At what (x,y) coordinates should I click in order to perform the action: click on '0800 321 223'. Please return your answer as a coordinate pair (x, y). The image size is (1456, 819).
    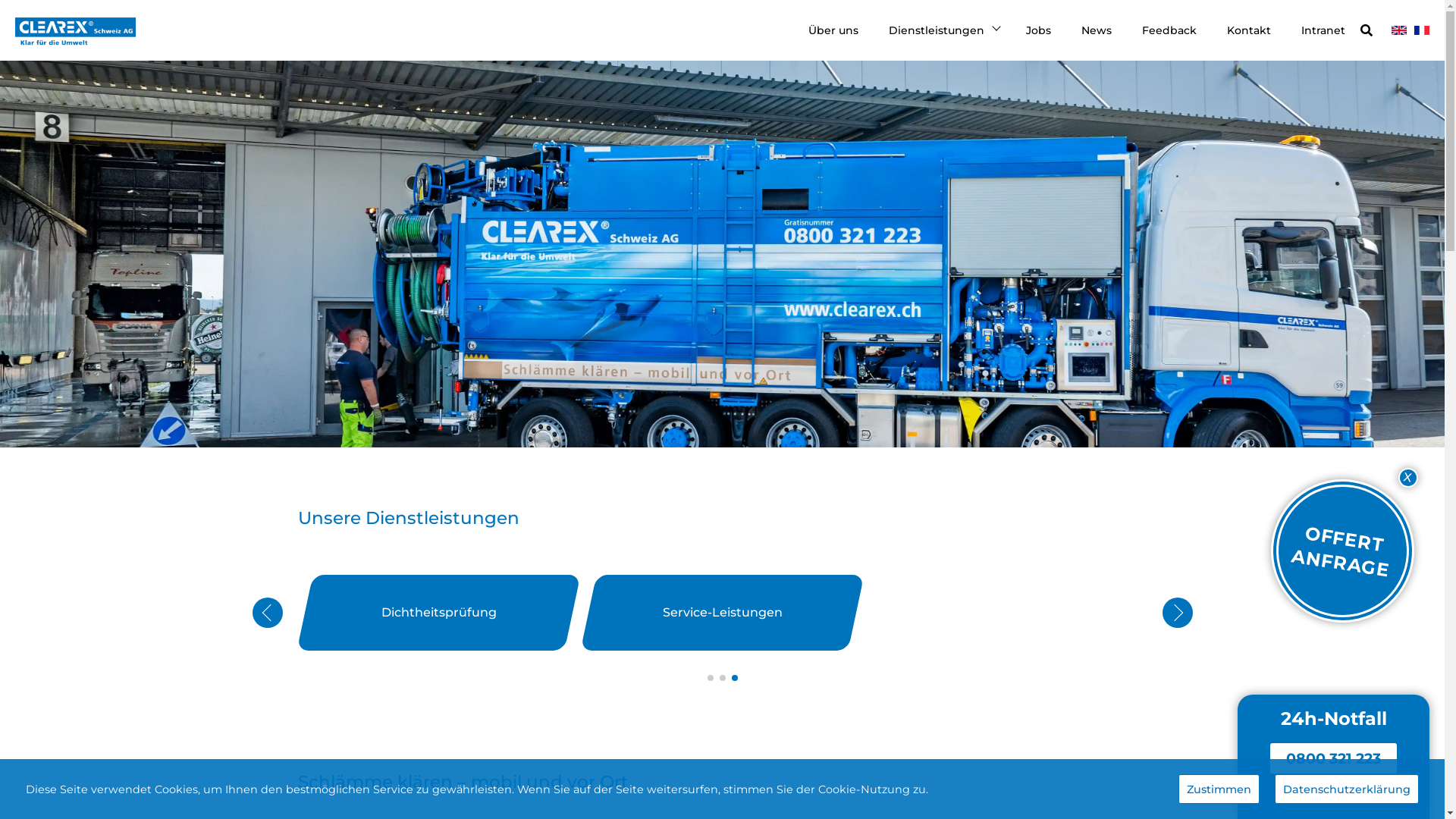
    Looking at the image, I should click on (1332, 758).